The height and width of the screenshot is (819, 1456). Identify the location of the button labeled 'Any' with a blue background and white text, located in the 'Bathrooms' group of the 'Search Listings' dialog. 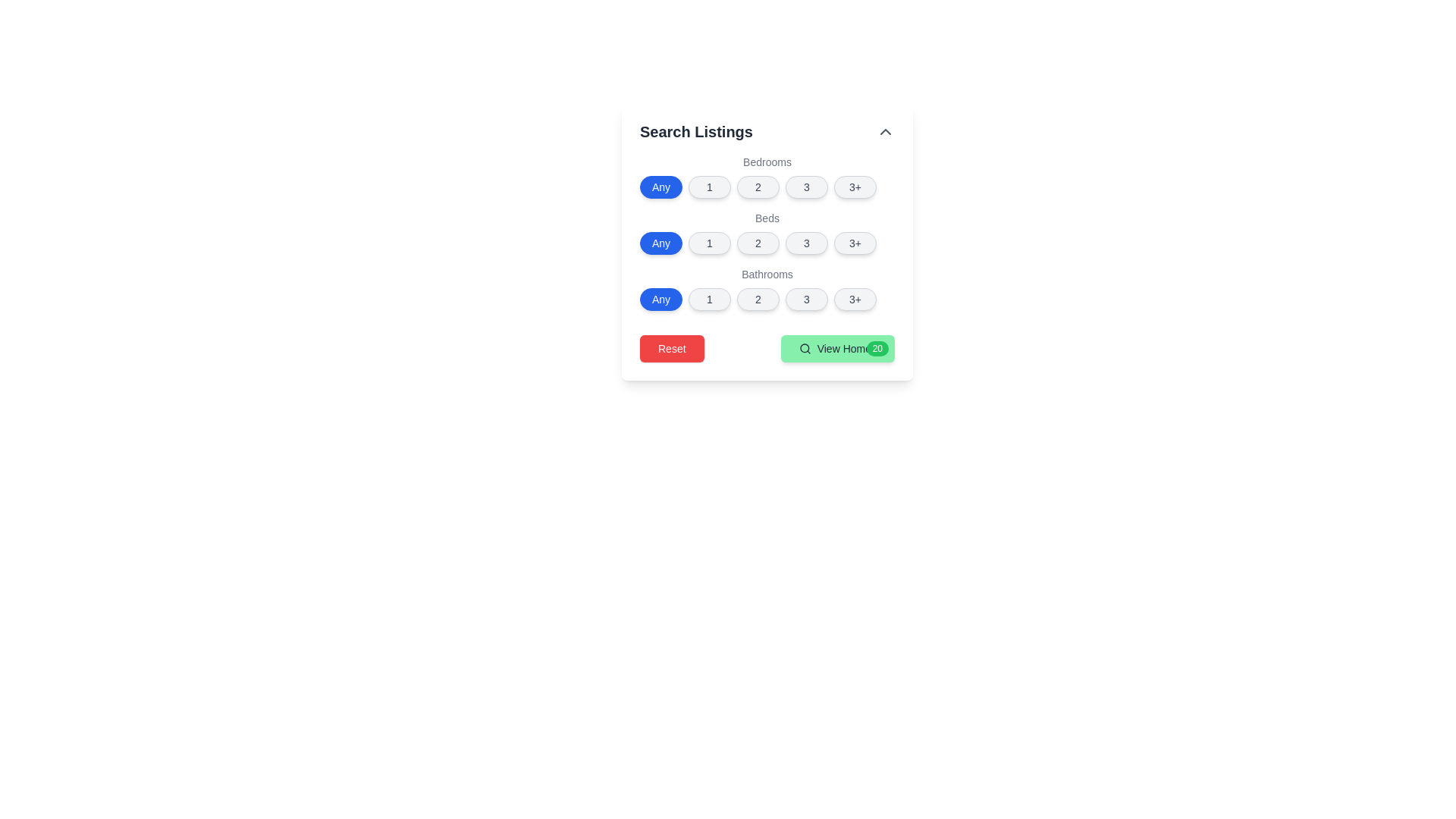
(661, 299).